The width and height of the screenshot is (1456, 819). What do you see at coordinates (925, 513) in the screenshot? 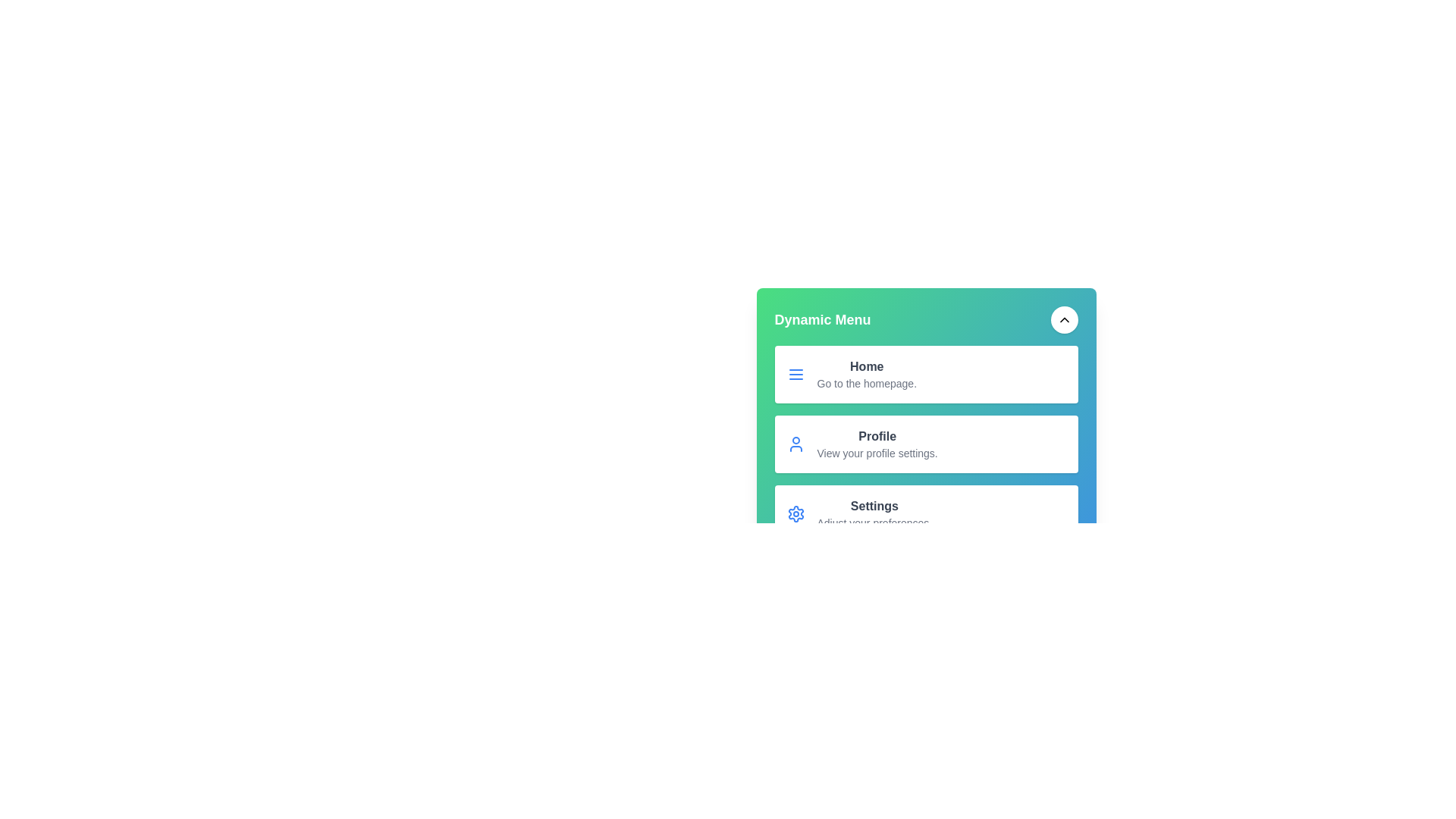
I see `the Menu item card labeled 'Settings' which is the third card` at bounding box center [925, 513].